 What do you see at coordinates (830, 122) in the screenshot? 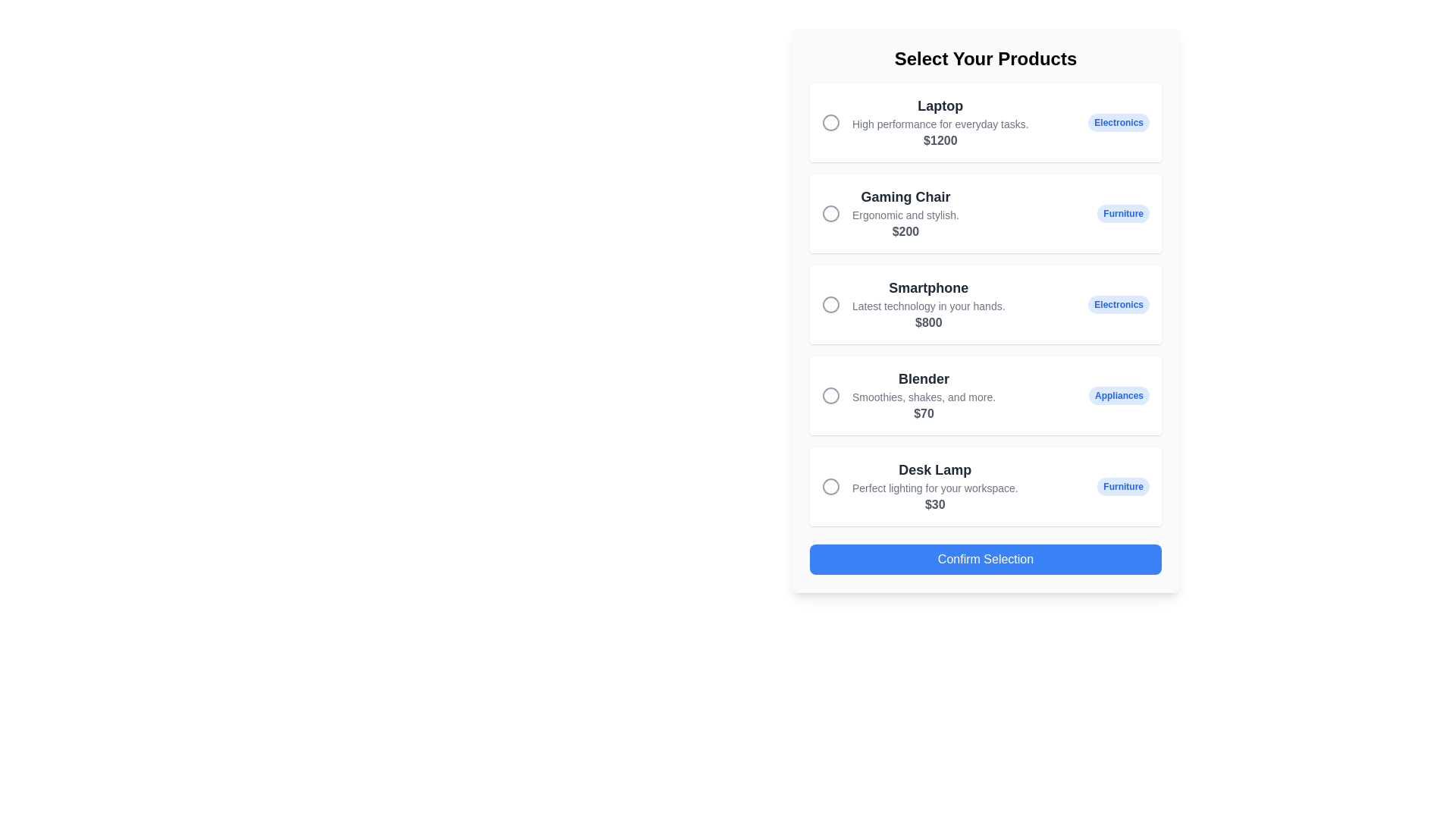
I see `the circular radio button located in the 'Select Your Products' section, which precedes the text 'Laptop High performance for everyday tasks. $1200'` at bounding box center [830, 122].